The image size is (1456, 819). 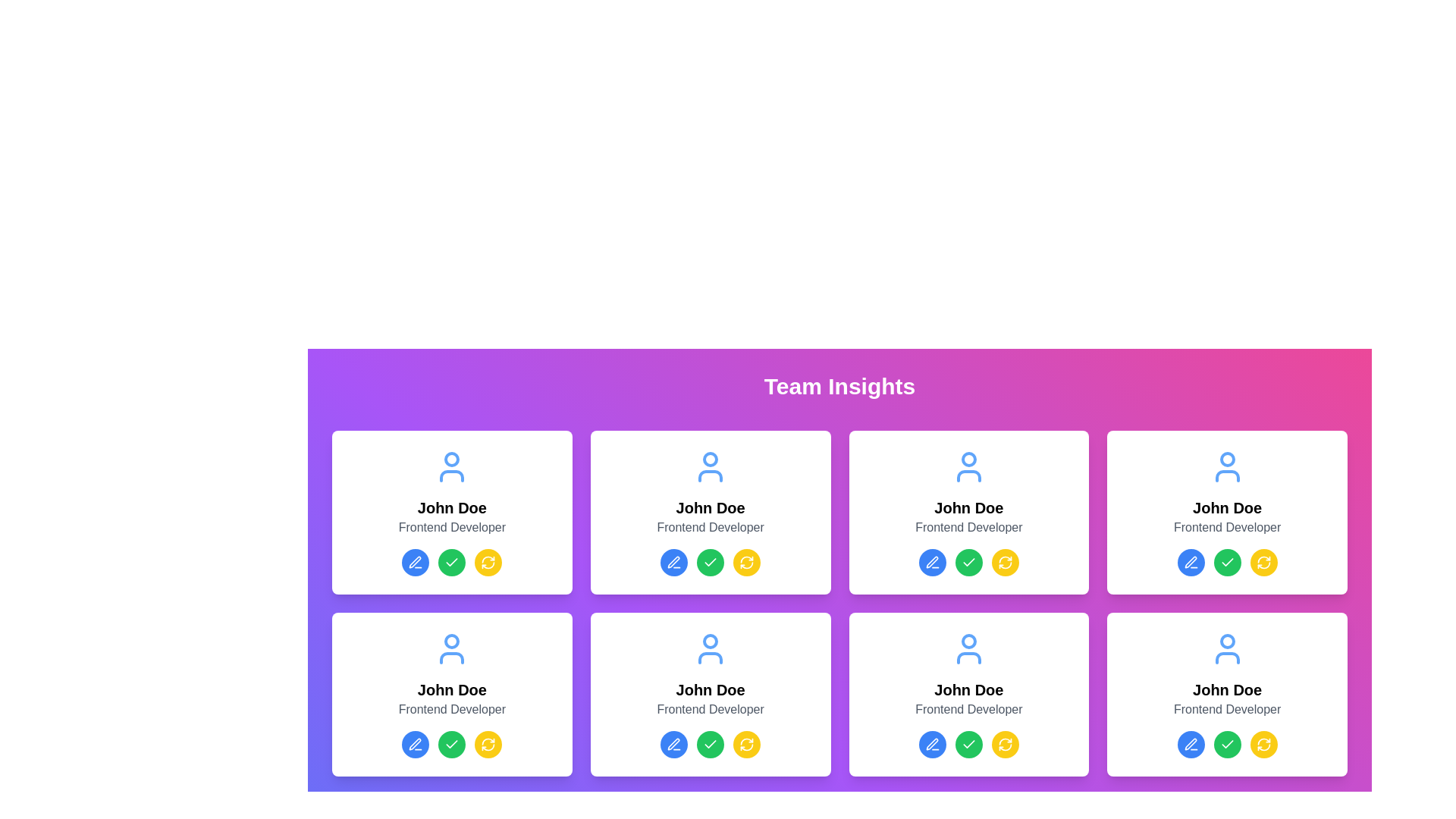 I want to click on the circular green button with a white check mark located in the lower portion of the profile card to confirm or approve, so click(x=709, y=744).